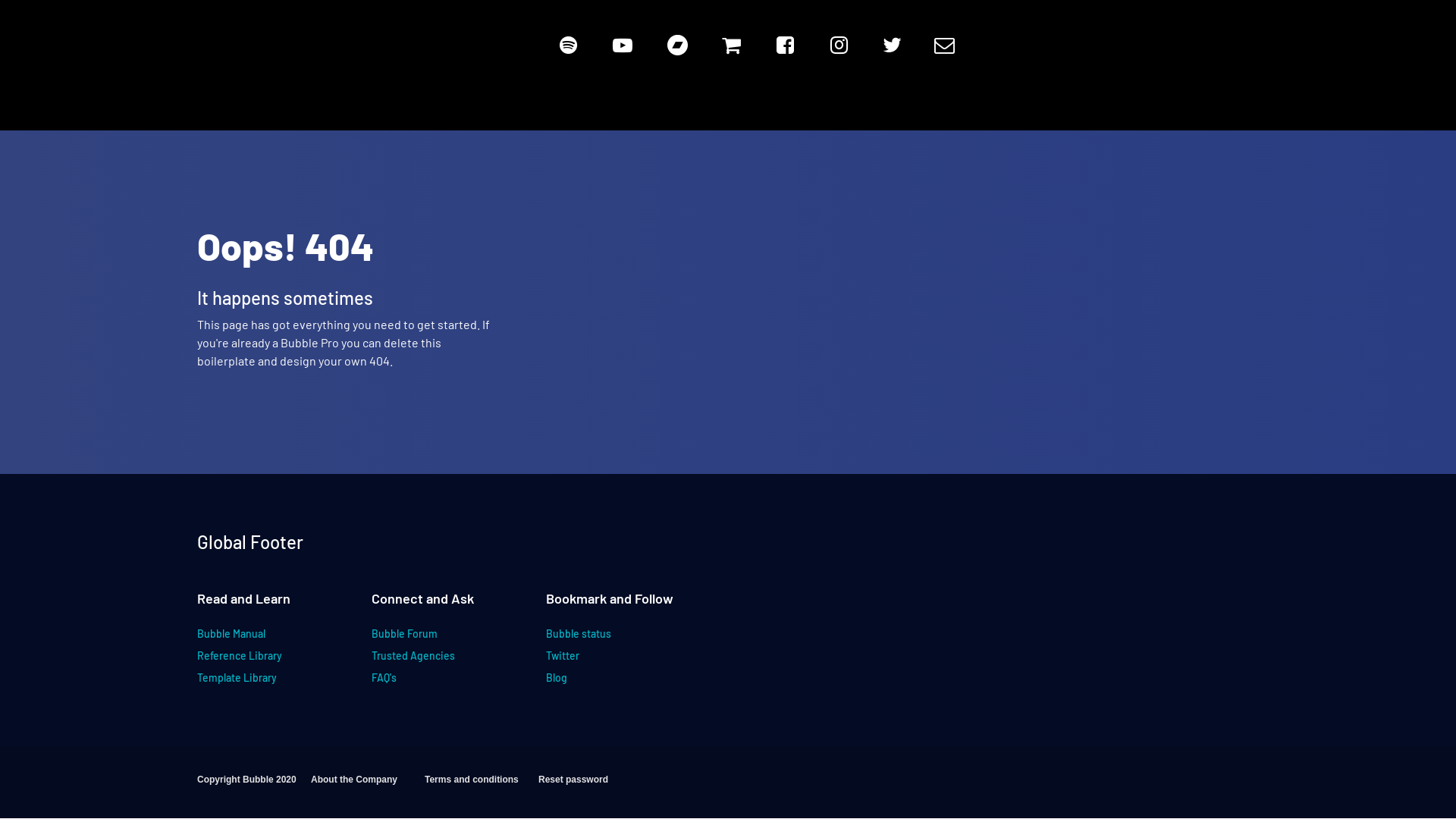  I want to click on 'FAQ's', so click(428, 683).